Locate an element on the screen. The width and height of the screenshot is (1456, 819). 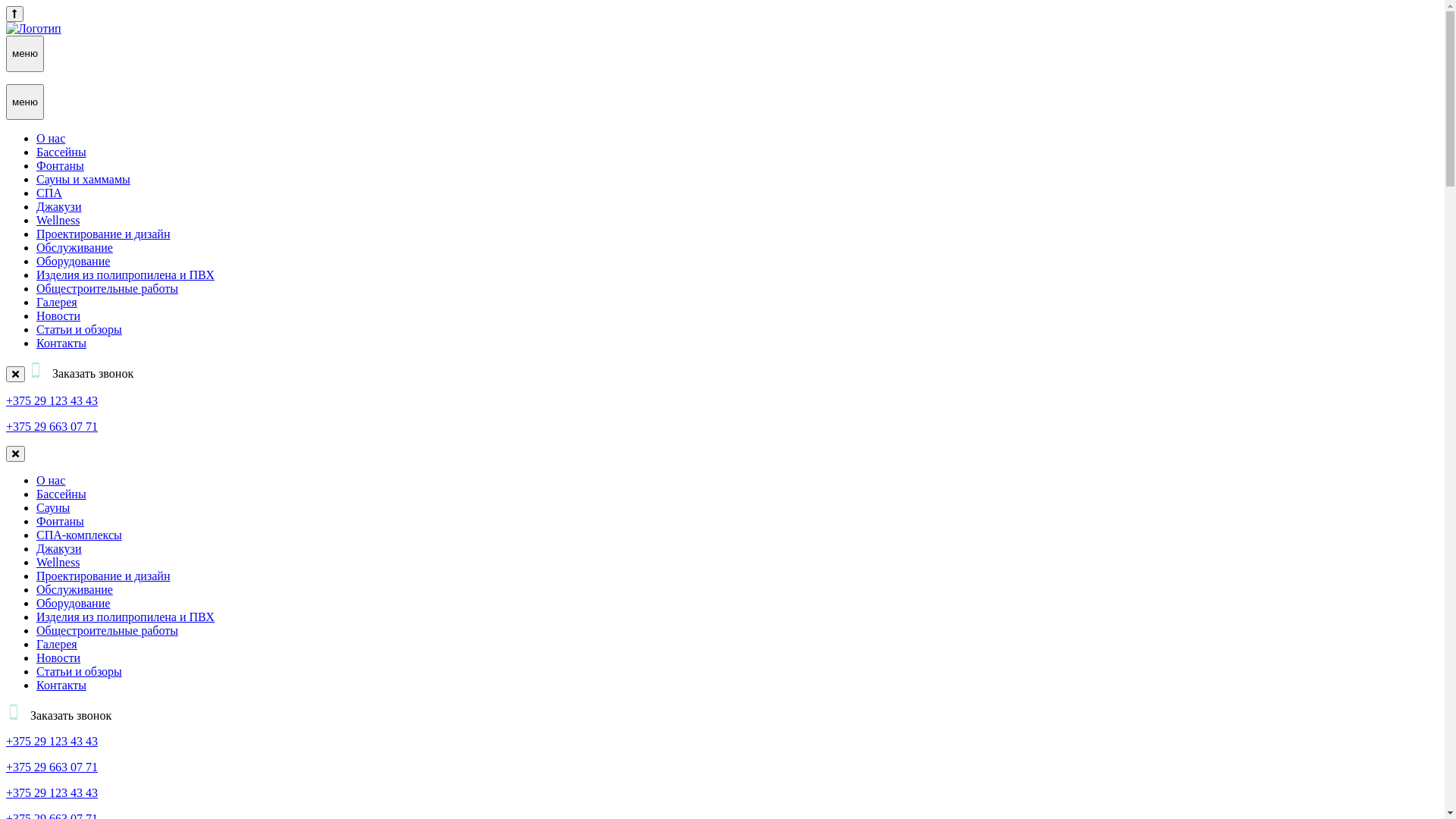
'Wellness' is located at coordinates (58, 220).